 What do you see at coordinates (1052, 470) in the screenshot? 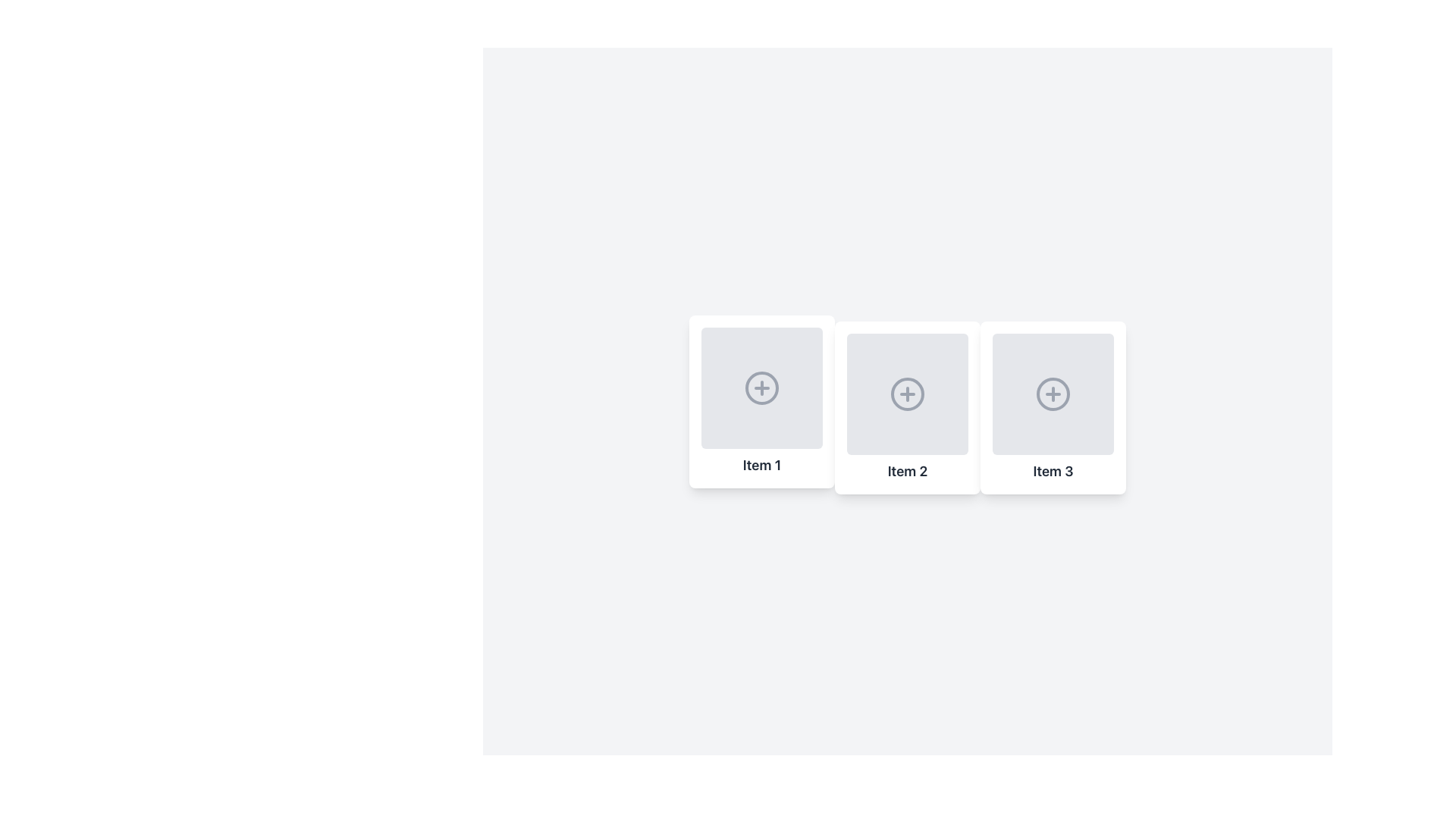
I see `text label located at the lower section of the rightmost card, which is directly below the circular plus icon` at bounding box center [1052, 470].